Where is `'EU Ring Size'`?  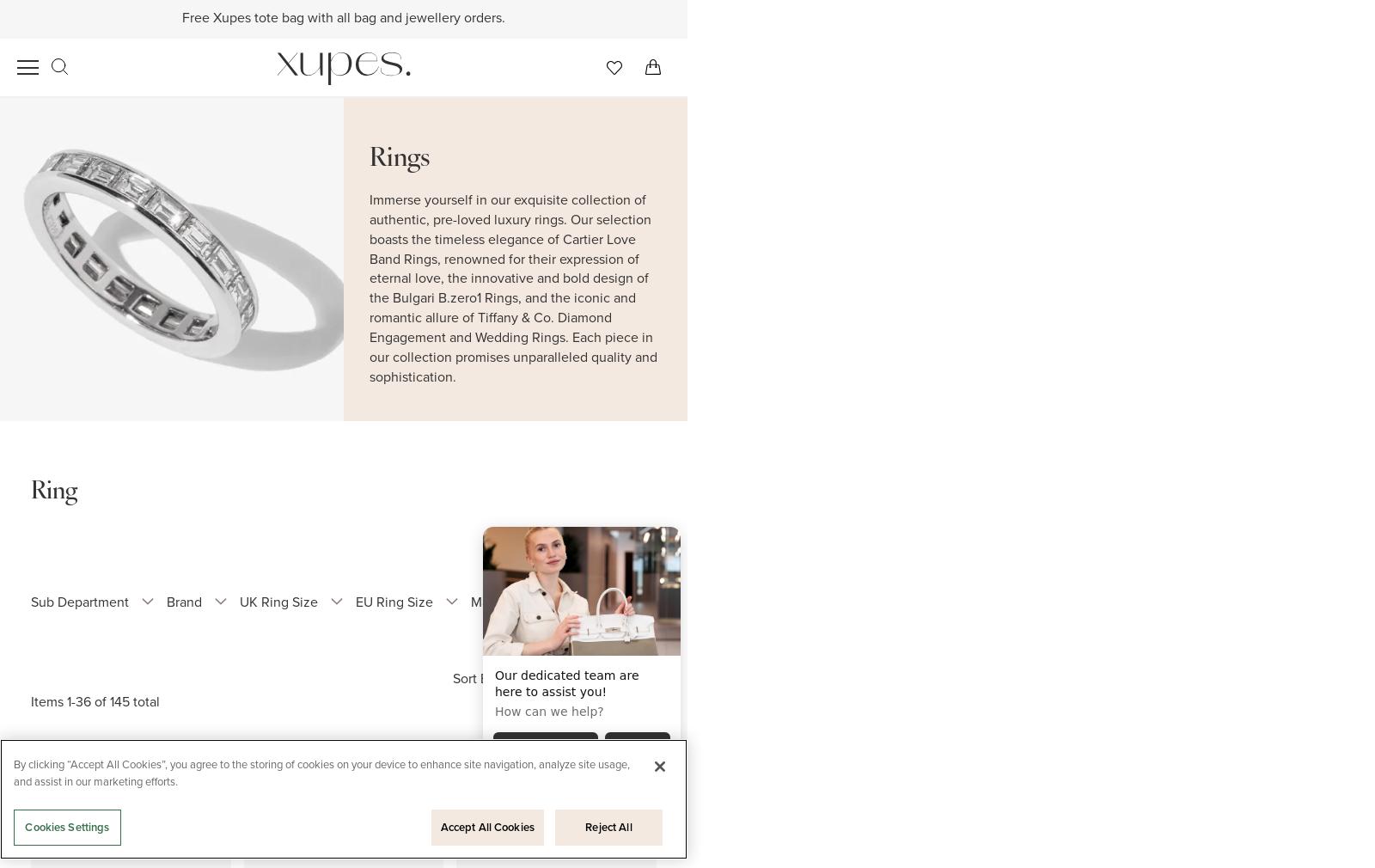
'EU Ring Size' is located at coordinates (354, 601).